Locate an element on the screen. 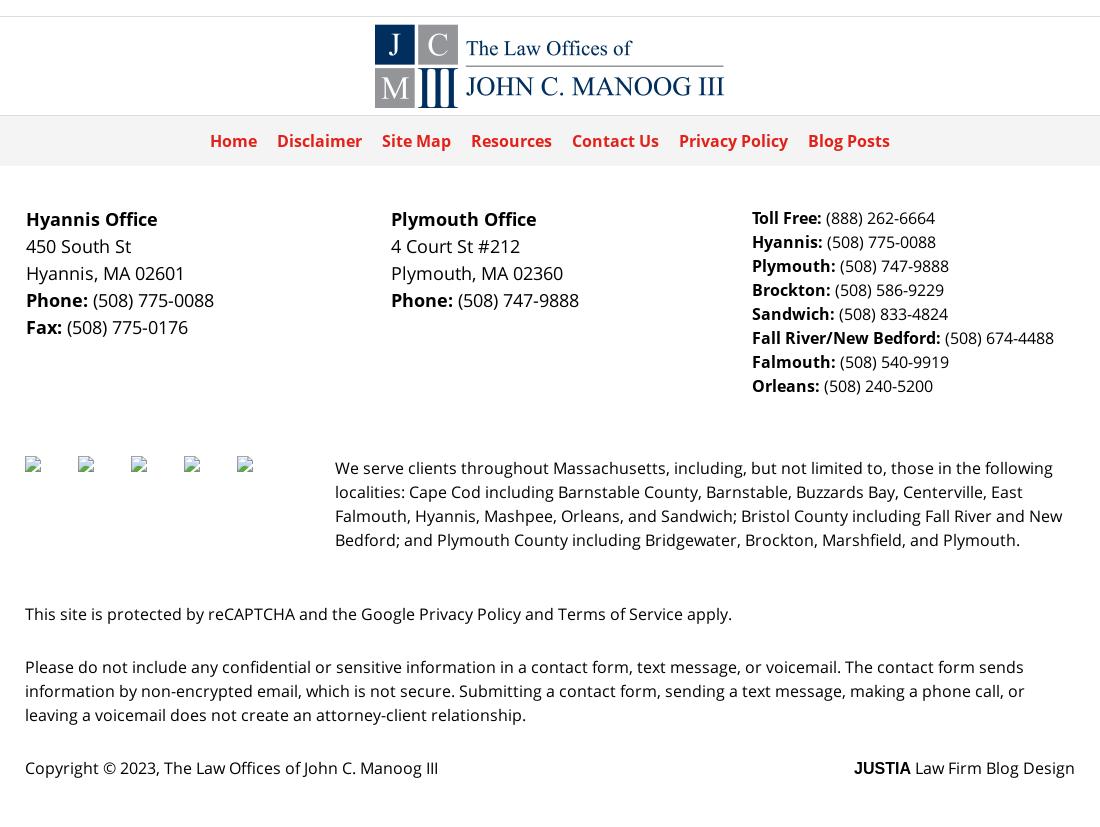 The width and height of the screenshot is (1100, 827). 'Hyannis, Mashpee, Orleans, and Sandwich; Bristol County including Fall River and New Bedford; and Plymouth County including Bridgewater, Brockton, Marshfield, and Plymouth.' is located at coordinates (697, 528).